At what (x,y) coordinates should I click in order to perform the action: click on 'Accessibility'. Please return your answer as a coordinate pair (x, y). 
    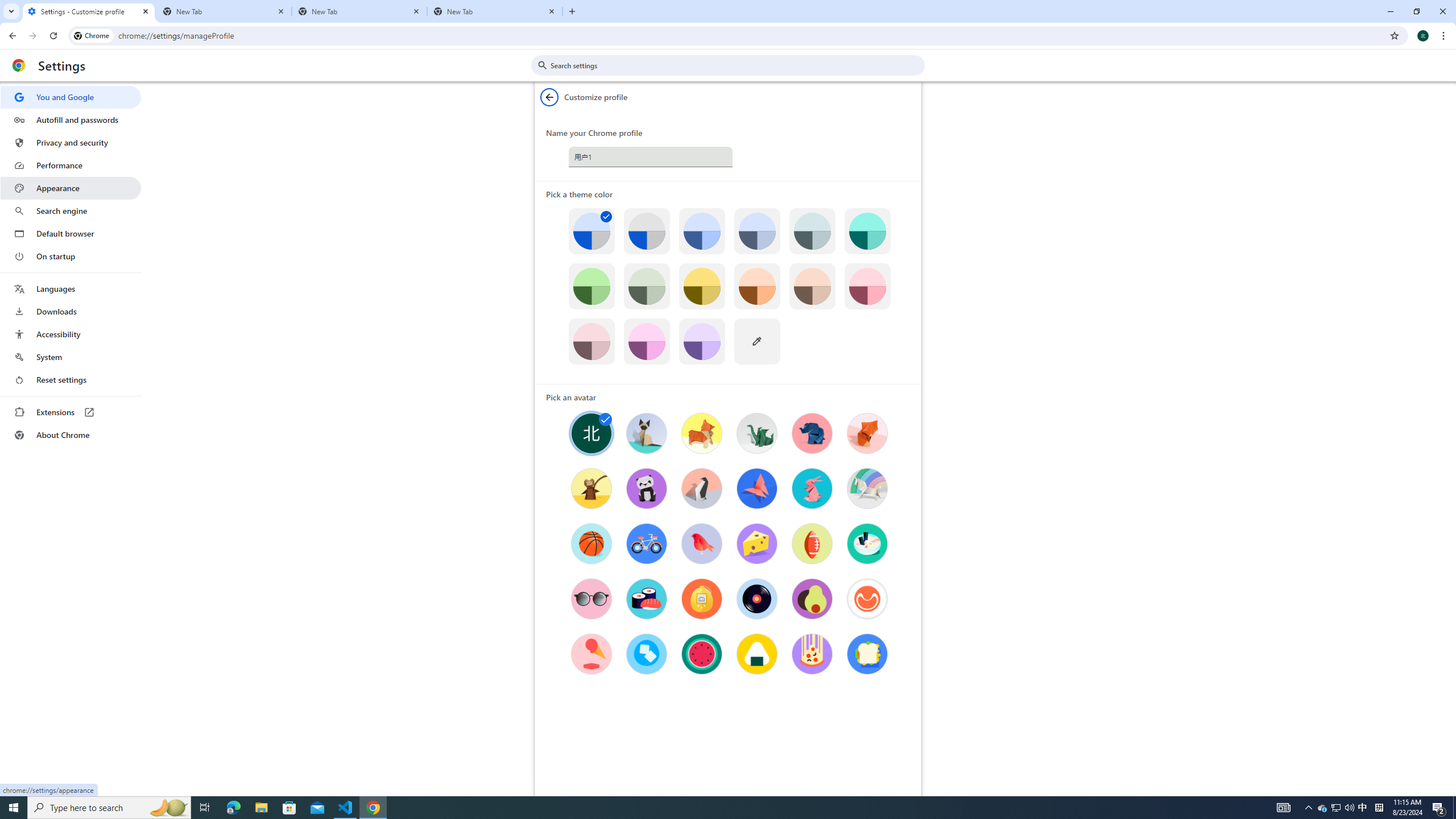
    Looking at the image, I should click on (70, 333).